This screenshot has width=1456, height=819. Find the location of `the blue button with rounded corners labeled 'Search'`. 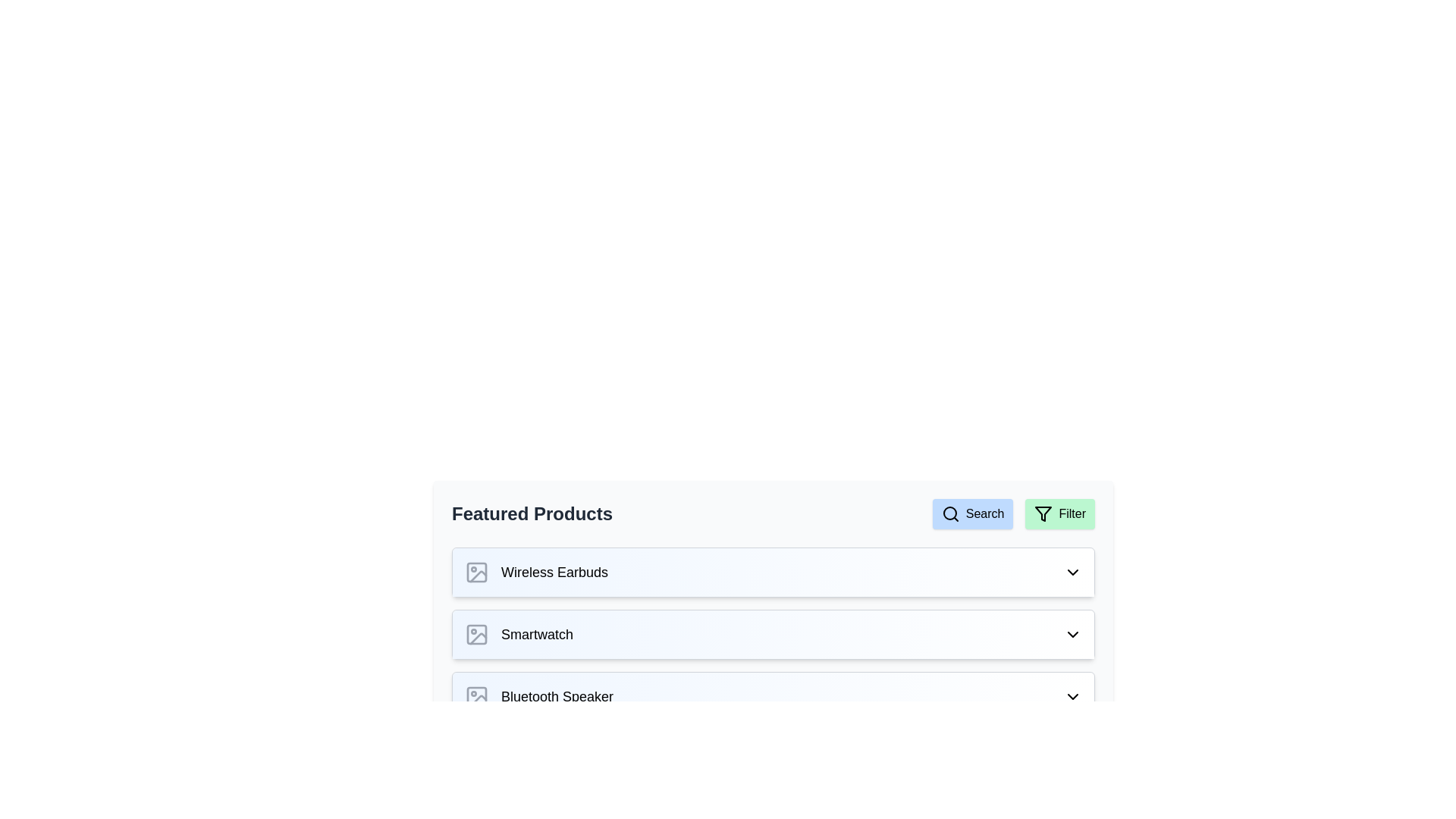

the blue button with rounded corners labeled 'Search' is located at coordinates (973, 513).